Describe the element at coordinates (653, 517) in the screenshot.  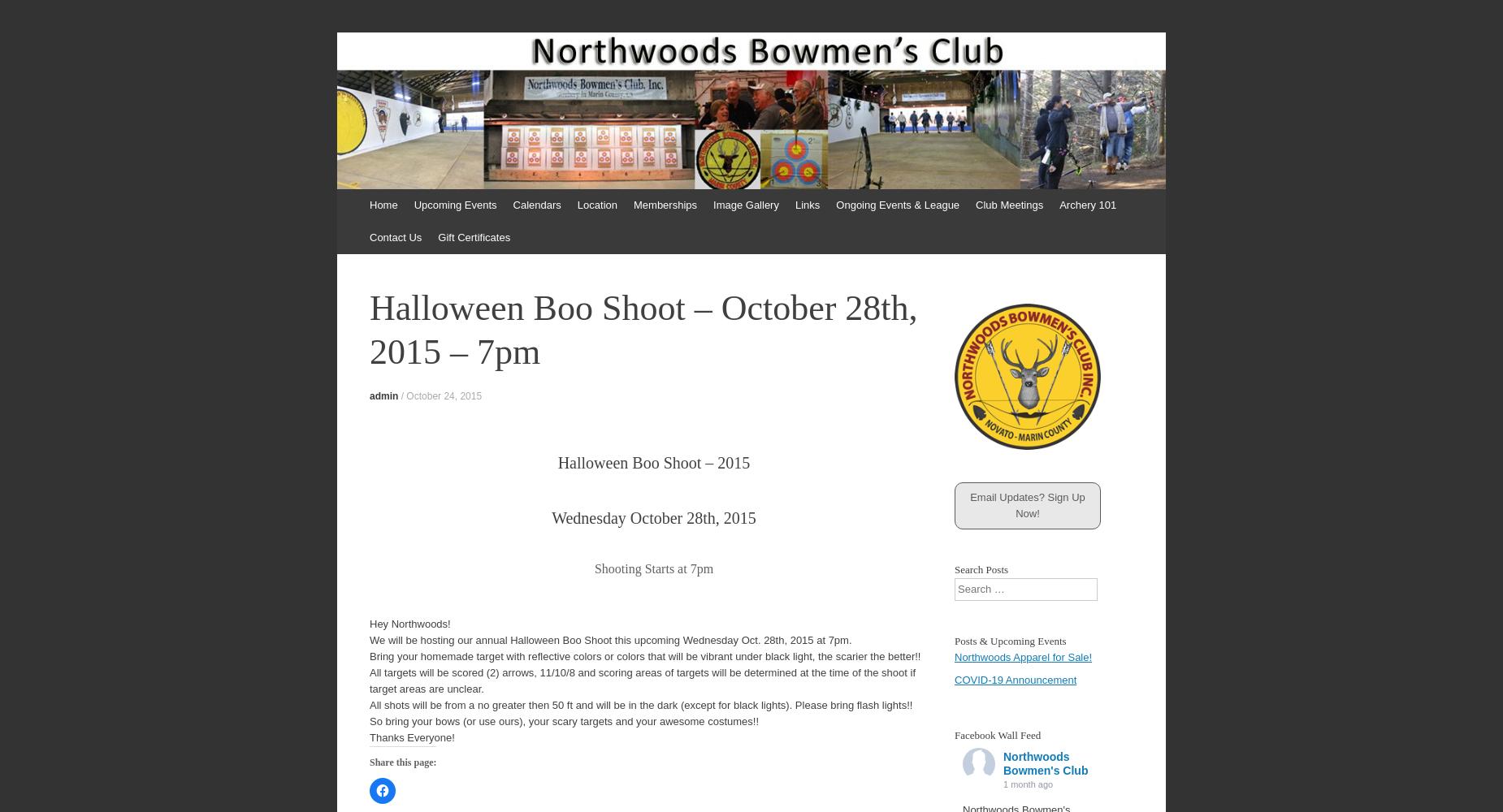
I see `'Wednesday October 28th, 2015'` at that location.